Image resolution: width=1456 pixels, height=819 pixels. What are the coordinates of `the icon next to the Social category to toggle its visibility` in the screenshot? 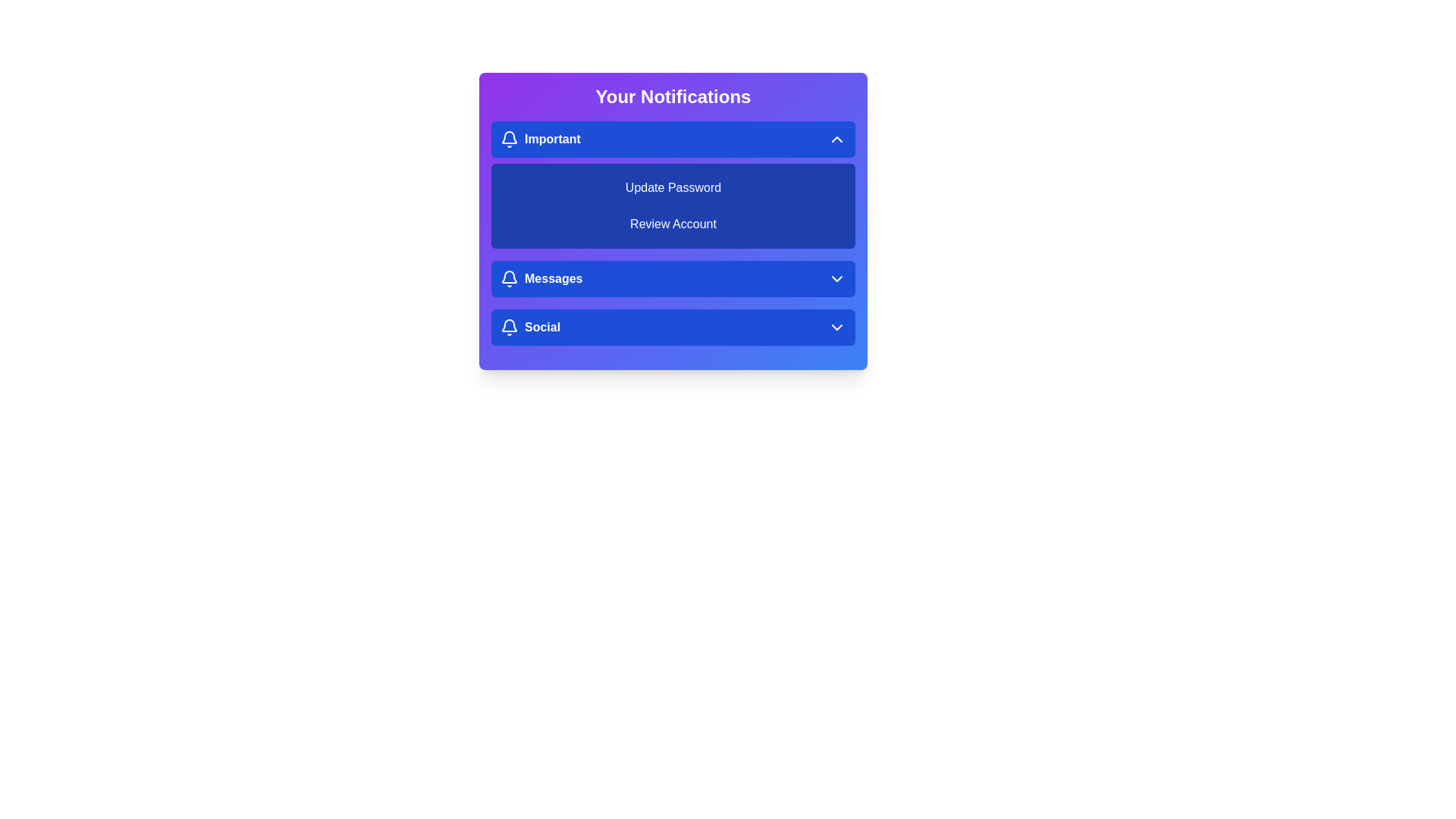 It's located at (510, 327).